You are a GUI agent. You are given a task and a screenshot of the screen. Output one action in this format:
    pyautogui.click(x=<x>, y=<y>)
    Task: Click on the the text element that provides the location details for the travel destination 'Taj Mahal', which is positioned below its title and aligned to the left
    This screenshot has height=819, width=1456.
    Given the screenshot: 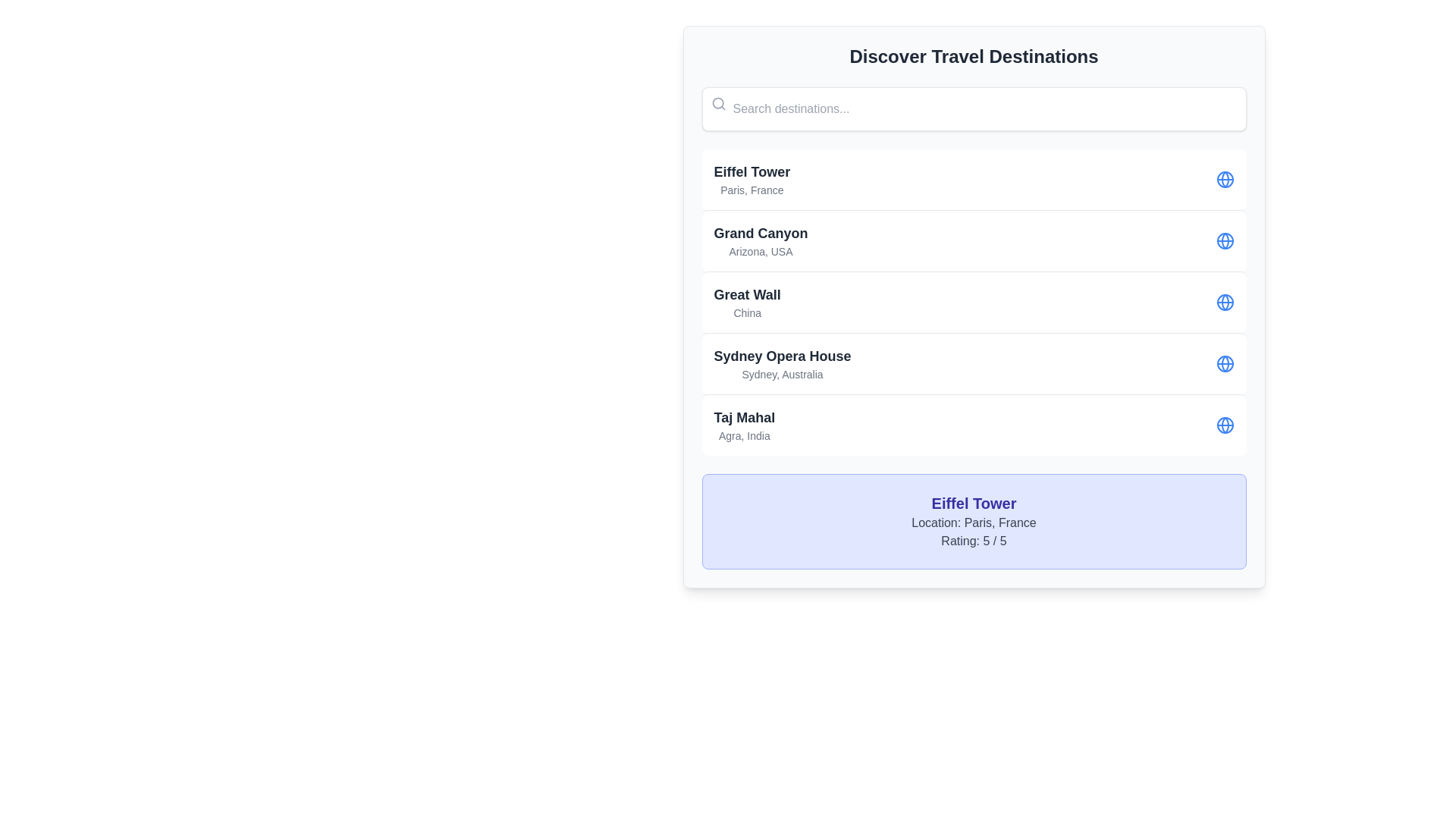 What is the action you would take?
    pyautogui.click(x=744, y=435)
    